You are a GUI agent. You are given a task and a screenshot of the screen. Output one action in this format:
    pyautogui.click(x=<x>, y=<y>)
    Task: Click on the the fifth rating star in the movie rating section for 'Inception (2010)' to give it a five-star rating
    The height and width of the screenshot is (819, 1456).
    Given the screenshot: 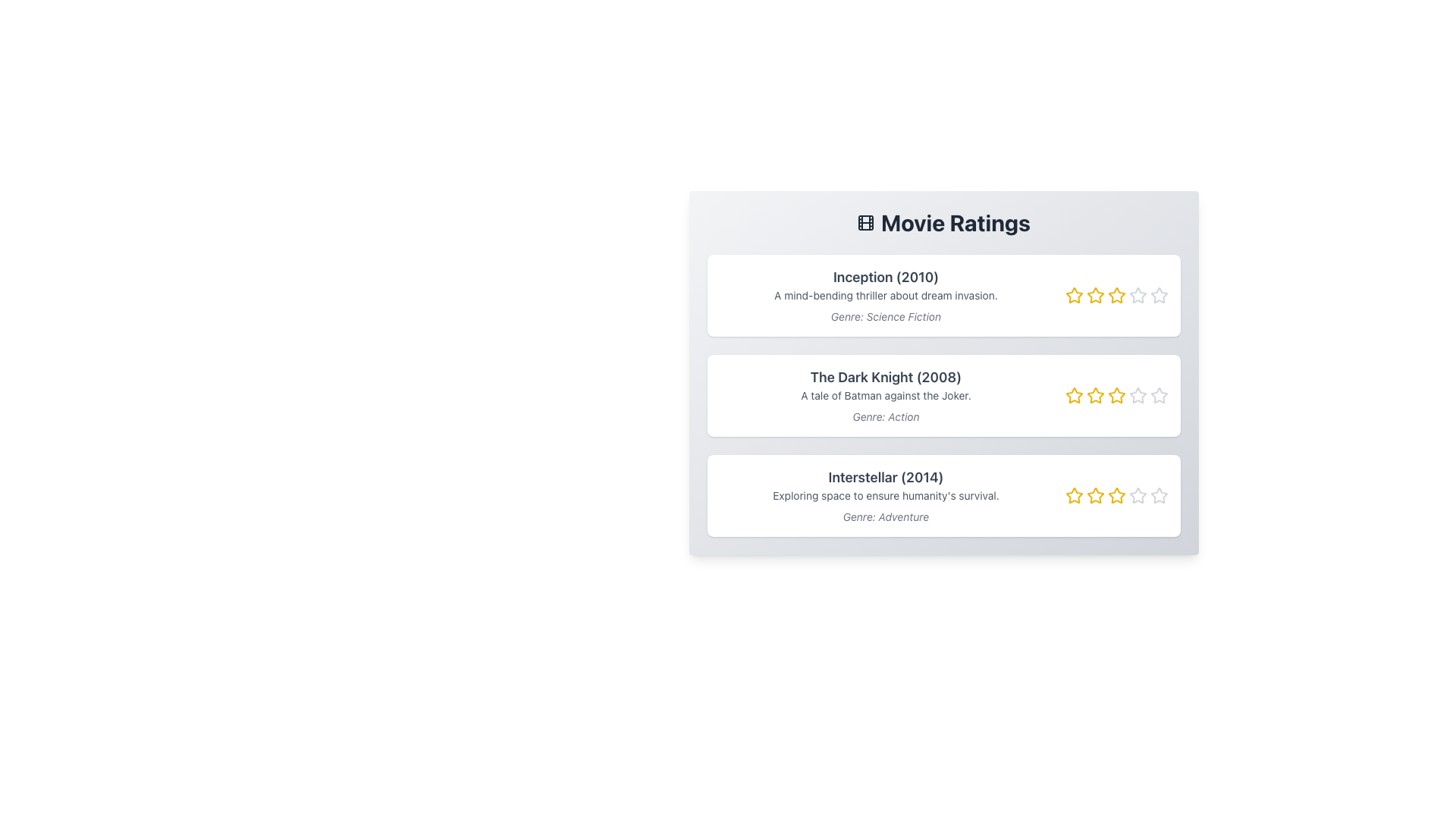 What is the action you would take?
    pyautogui.click(x=1157, y=295)
    